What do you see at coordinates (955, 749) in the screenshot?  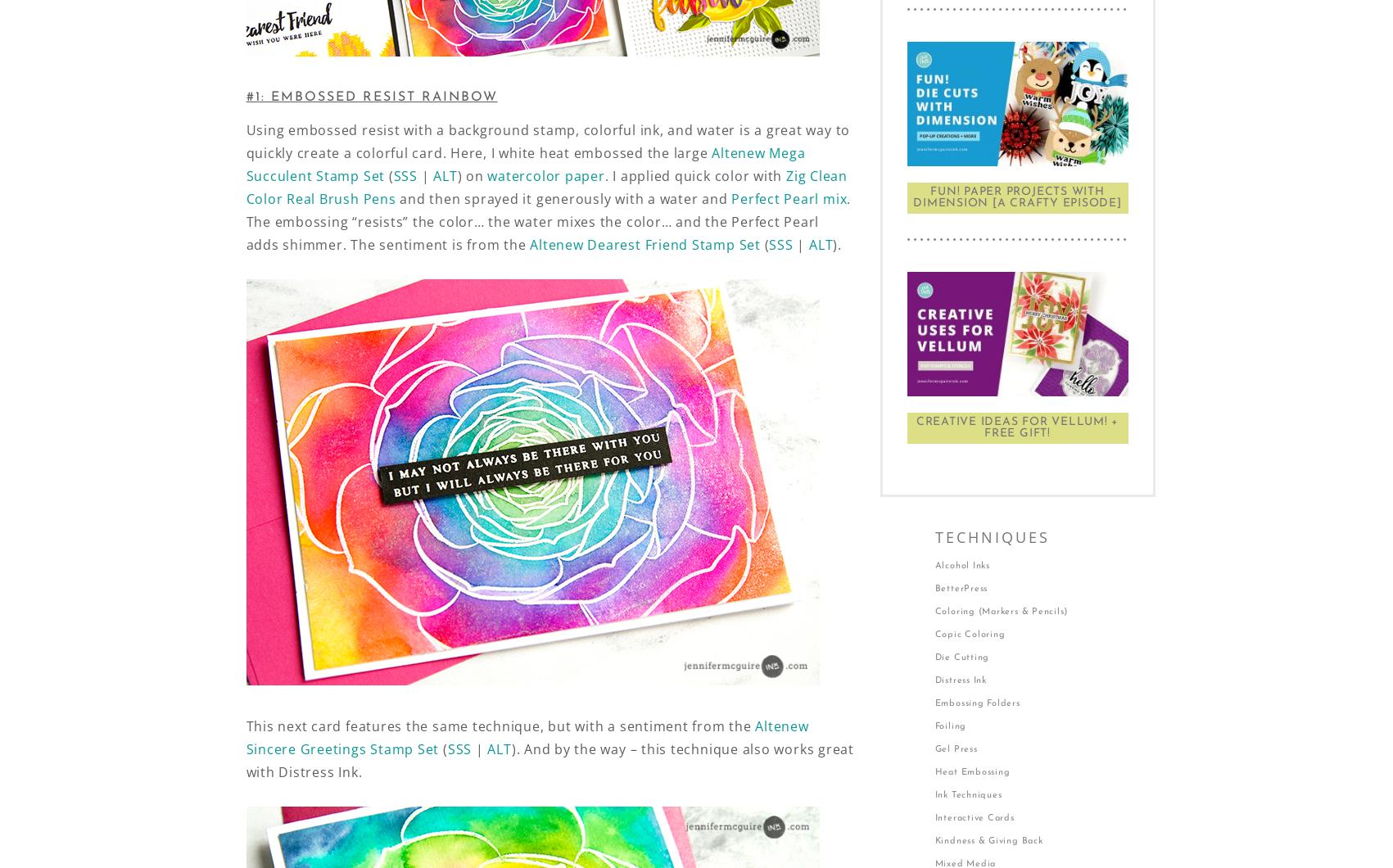 I see `'Gel Press'` at bounding box center [955, 749].